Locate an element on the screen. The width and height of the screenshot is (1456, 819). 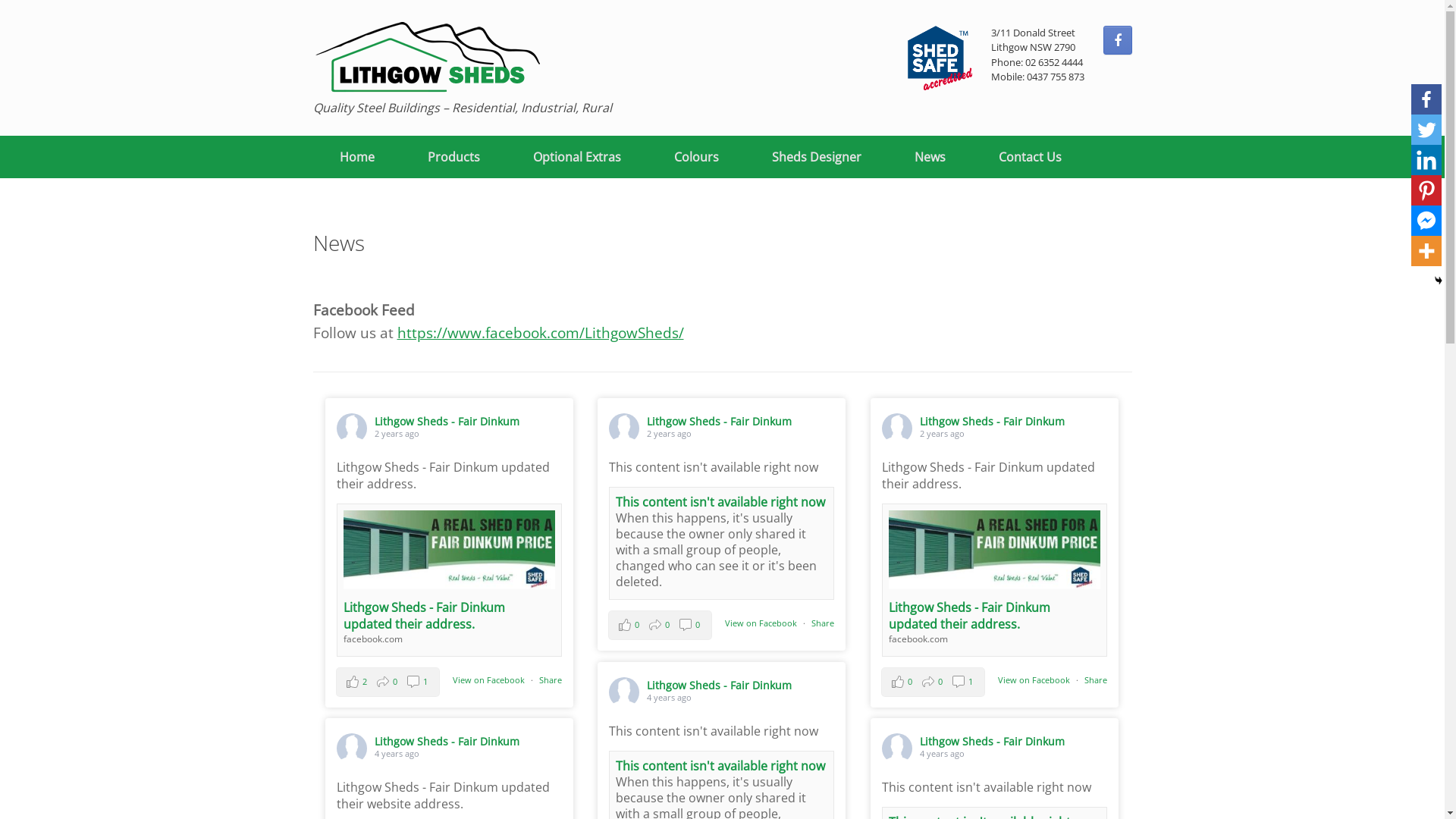
'Linkedin' is located at coordinates (1426, 160).